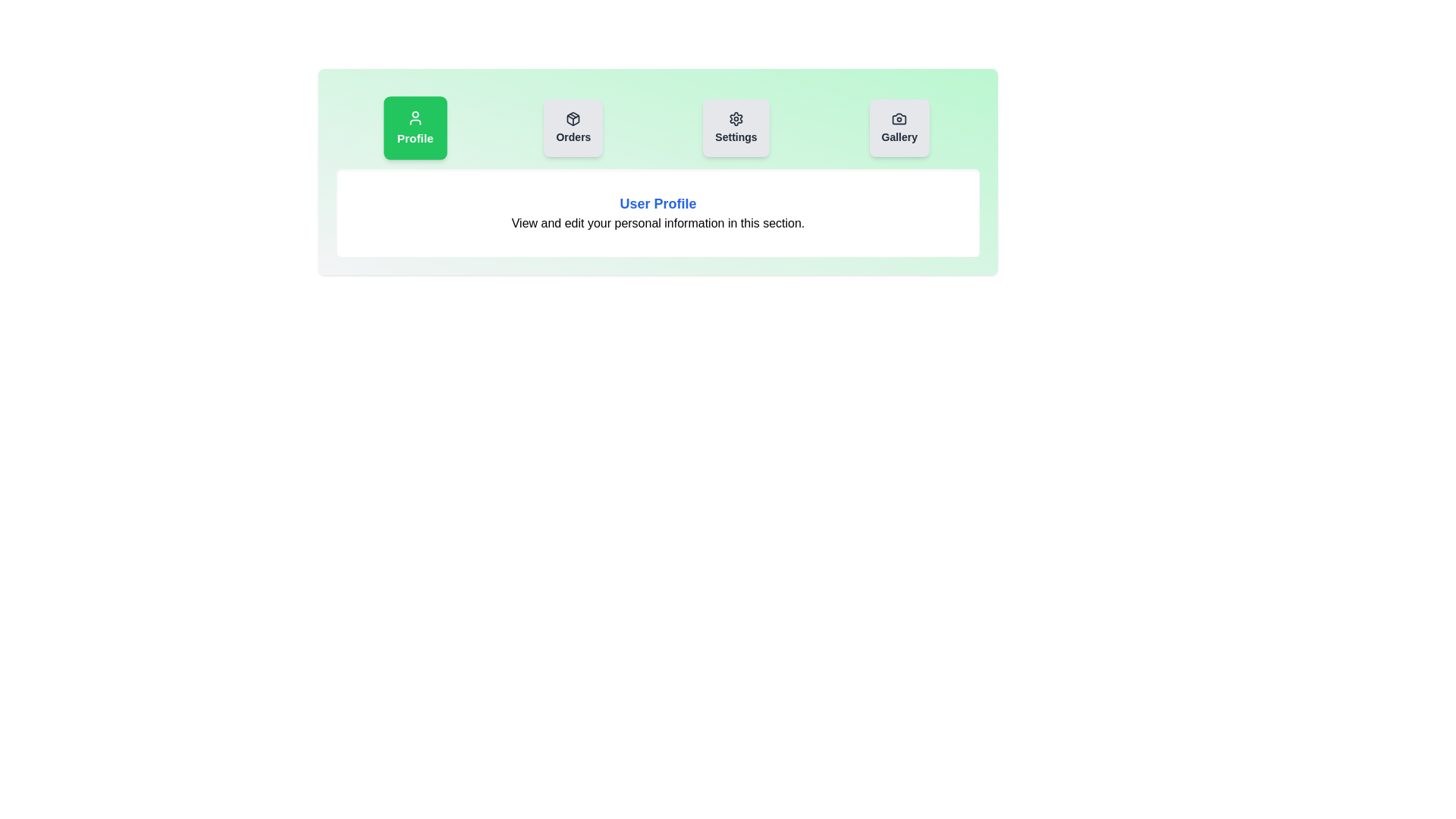  What do you see at coordinates (573, 127) in the screenshot?
I see `the tab labeled Orders` at bounding box center [573, 127].